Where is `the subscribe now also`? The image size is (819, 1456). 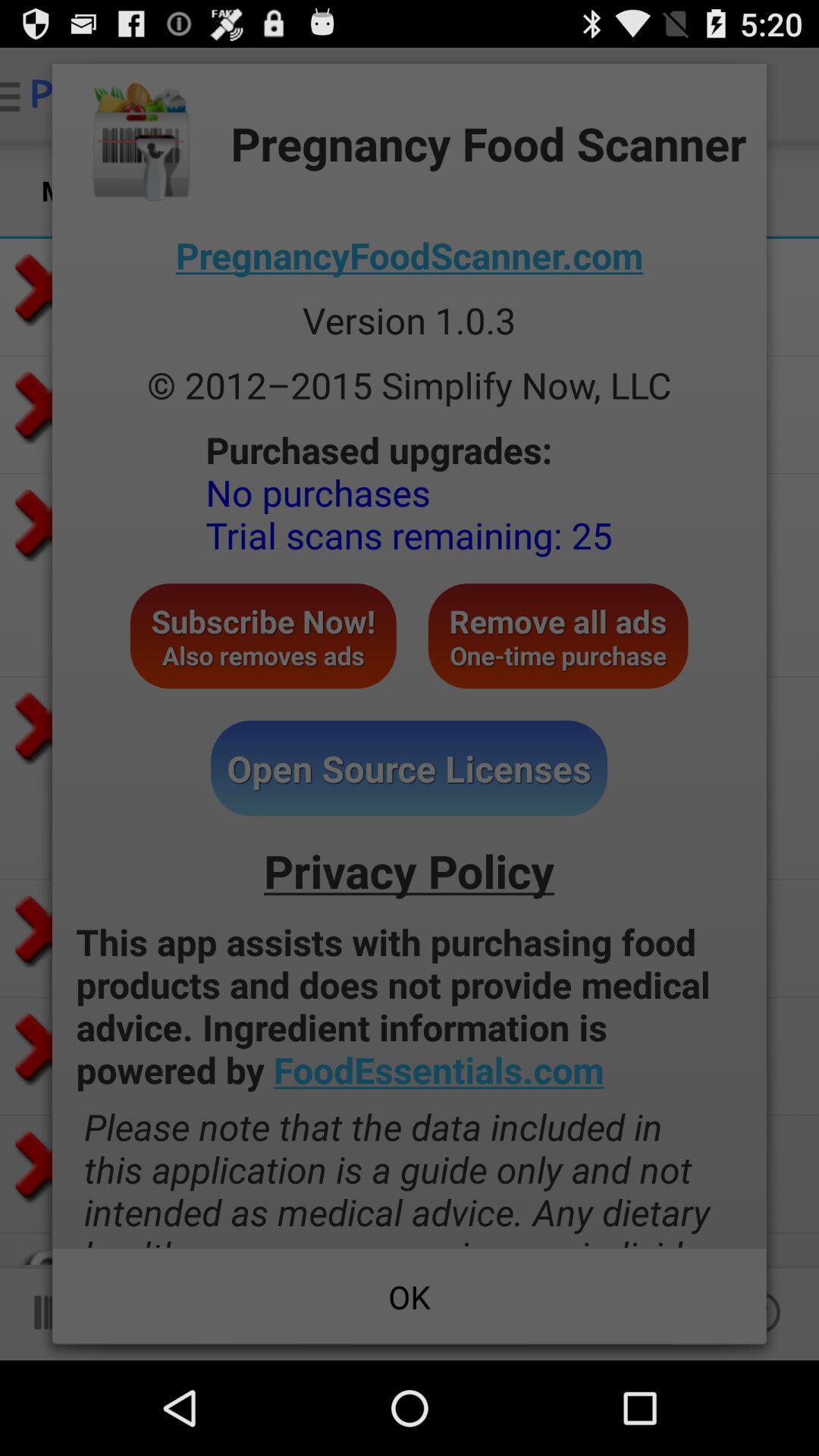
the subscribe now also is located at coordinates (262, 635).